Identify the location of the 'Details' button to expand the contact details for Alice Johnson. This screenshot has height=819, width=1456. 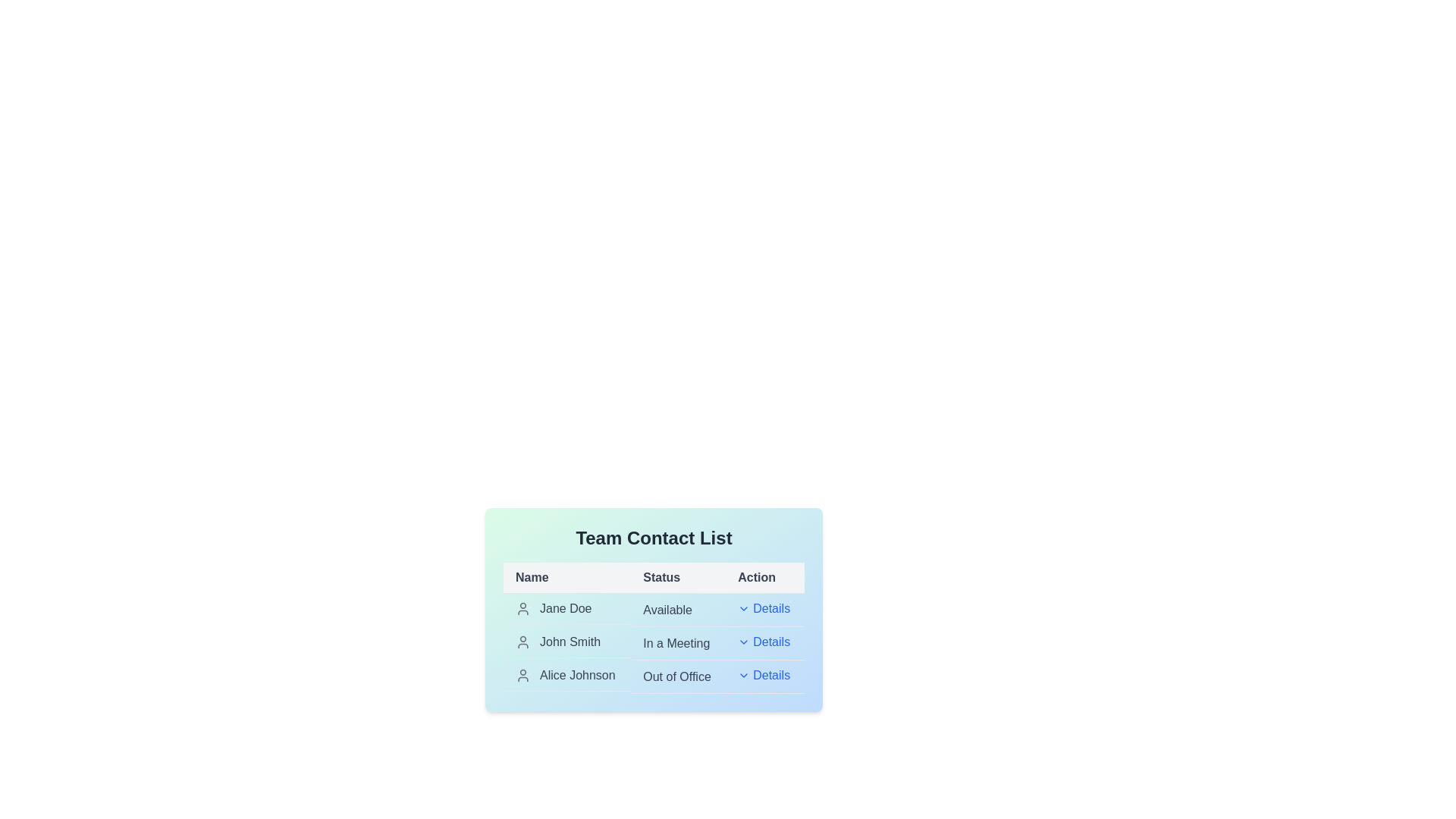
(764, 675).